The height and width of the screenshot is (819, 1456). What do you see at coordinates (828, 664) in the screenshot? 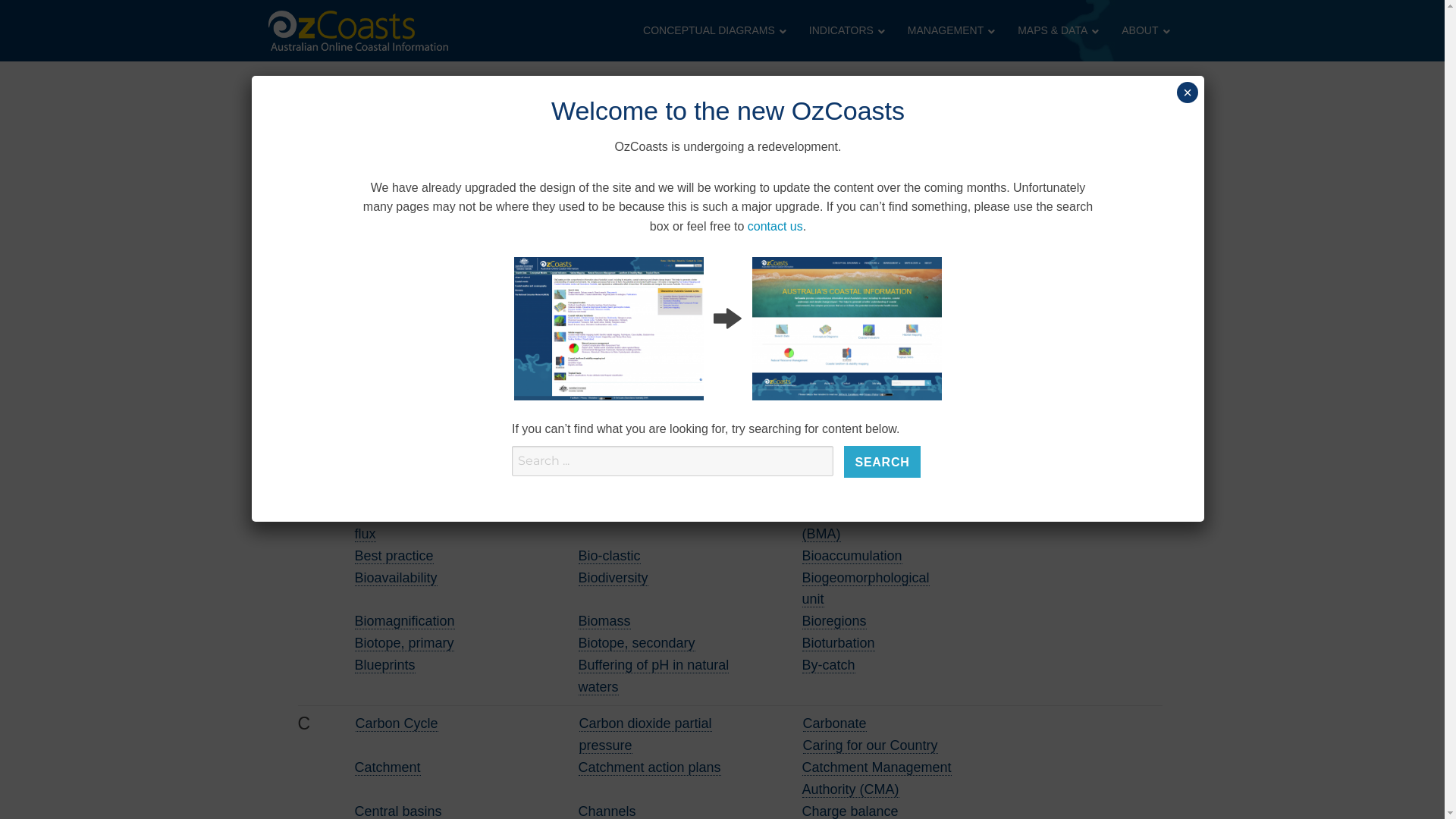
I see `'By-catch'` at bounding box center [828, 664].